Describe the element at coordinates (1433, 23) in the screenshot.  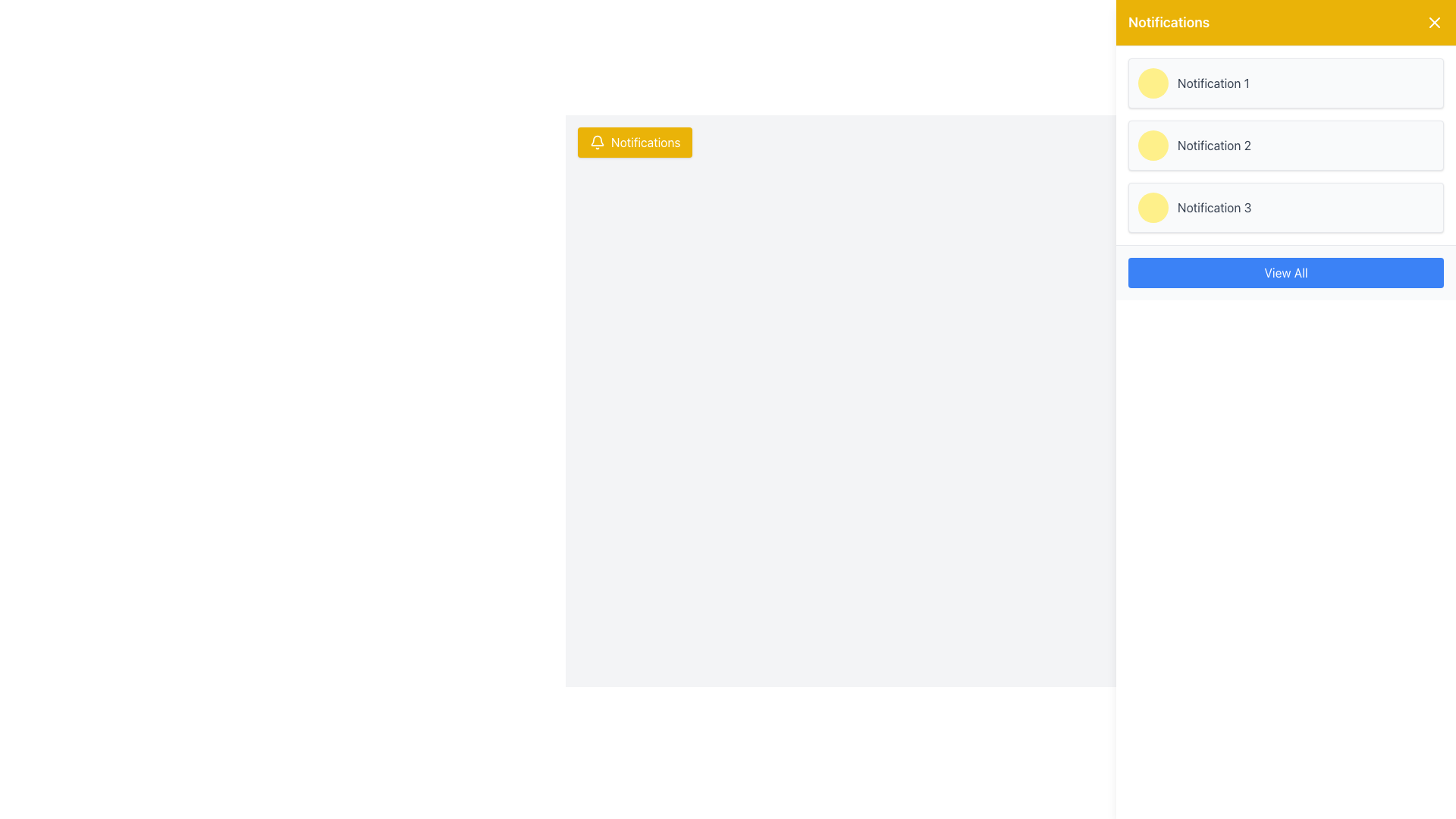
I see `the close icon resembling an 'X' located in the top-right corner of the yellow 'Notifications' header` at that location.